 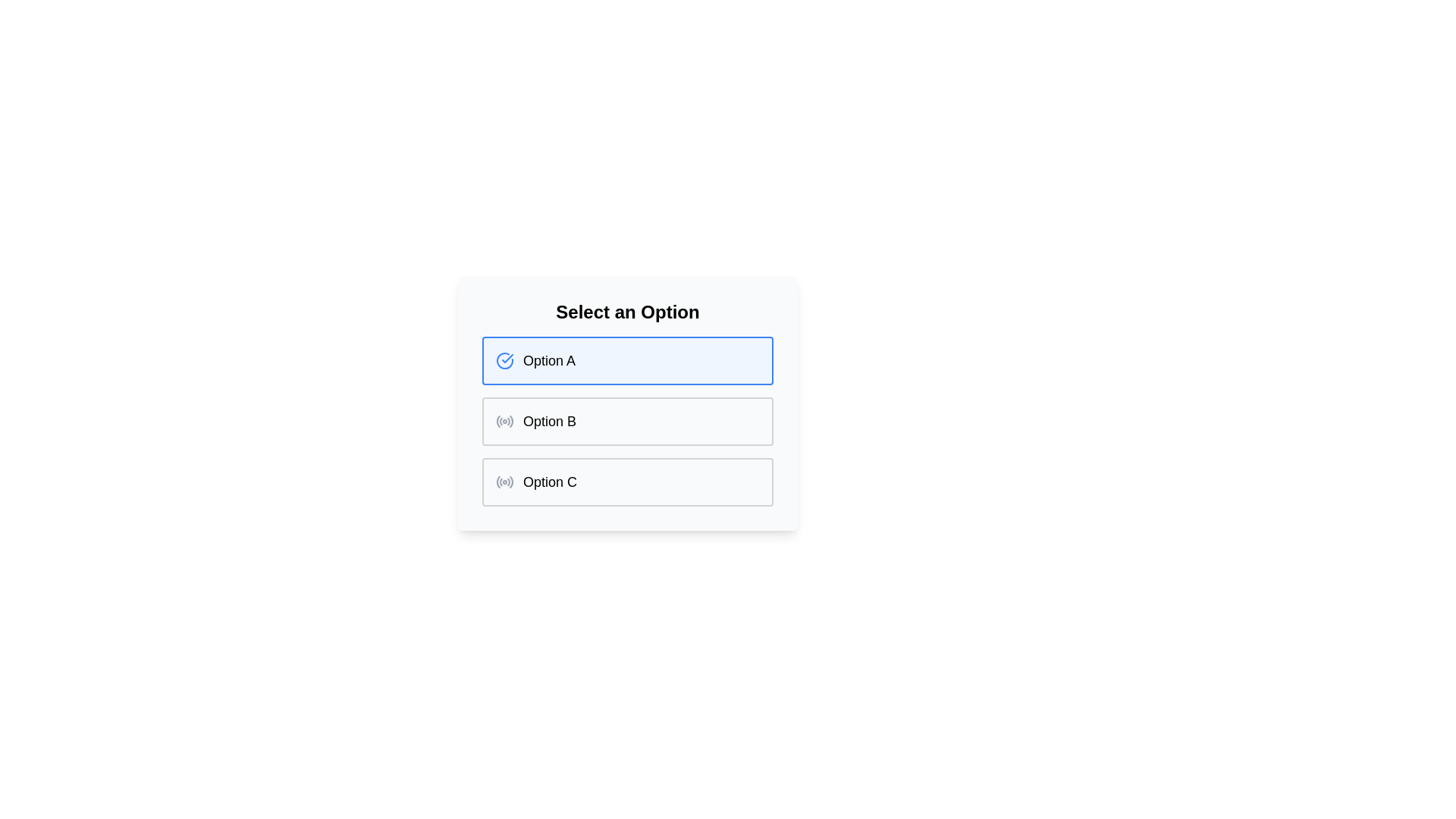 I want to click on the 'Option C' radio button, which is the third option in a vertical list of selectable options, so click(x=628, y=482).